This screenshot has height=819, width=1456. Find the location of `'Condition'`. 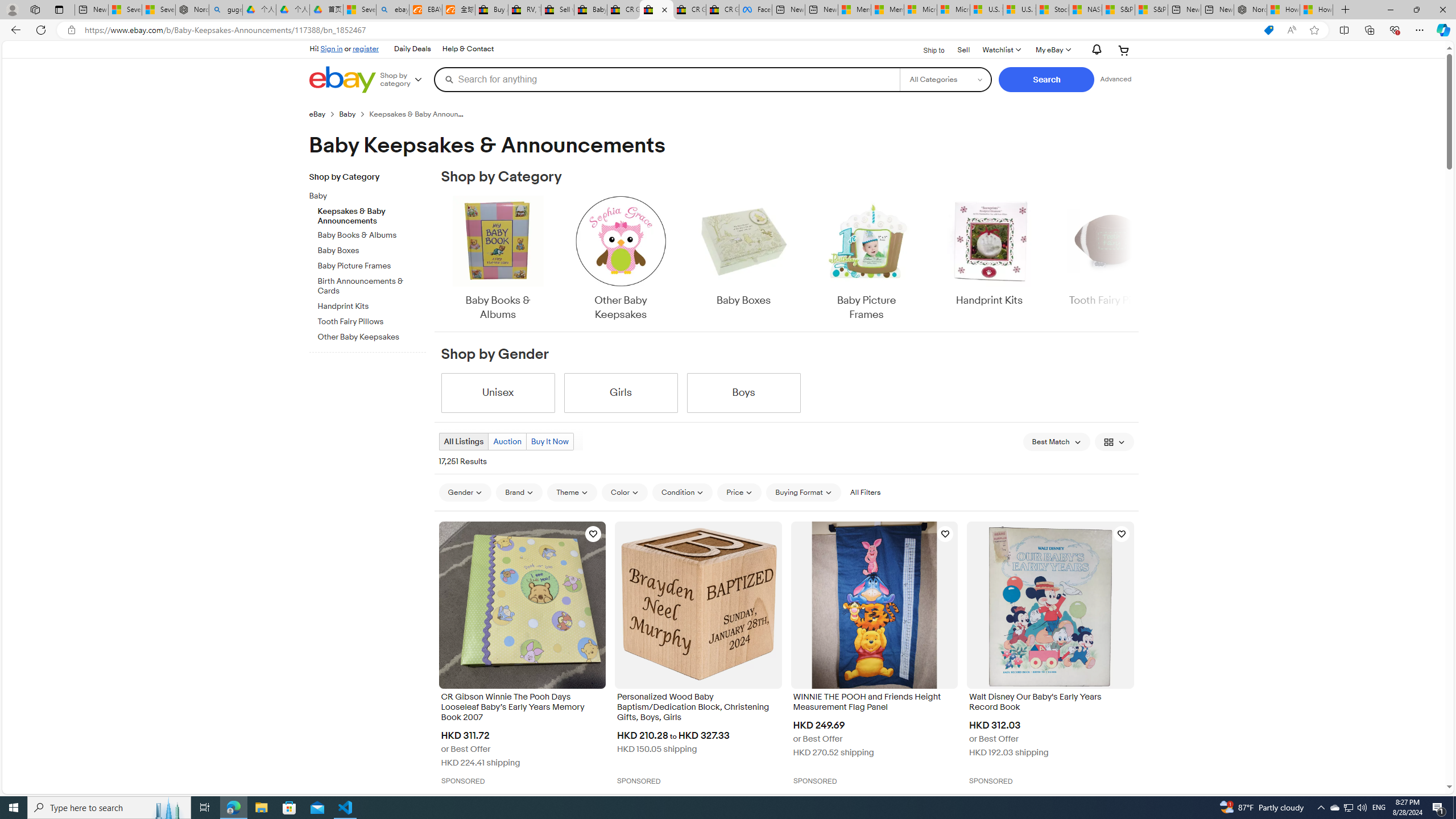

'Condition' is located at coordinates (682, 492).